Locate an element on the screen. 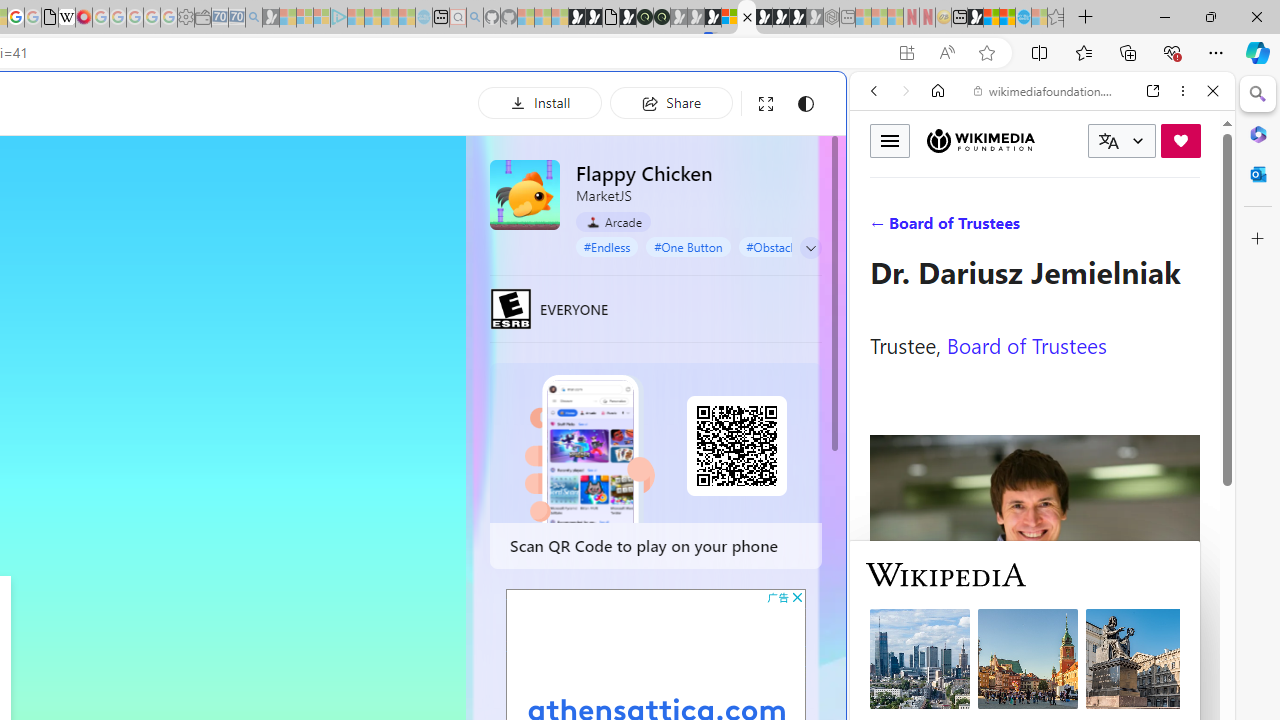 The image size is (1280, 720). 'Forward' is located at coordinates (905, 91).